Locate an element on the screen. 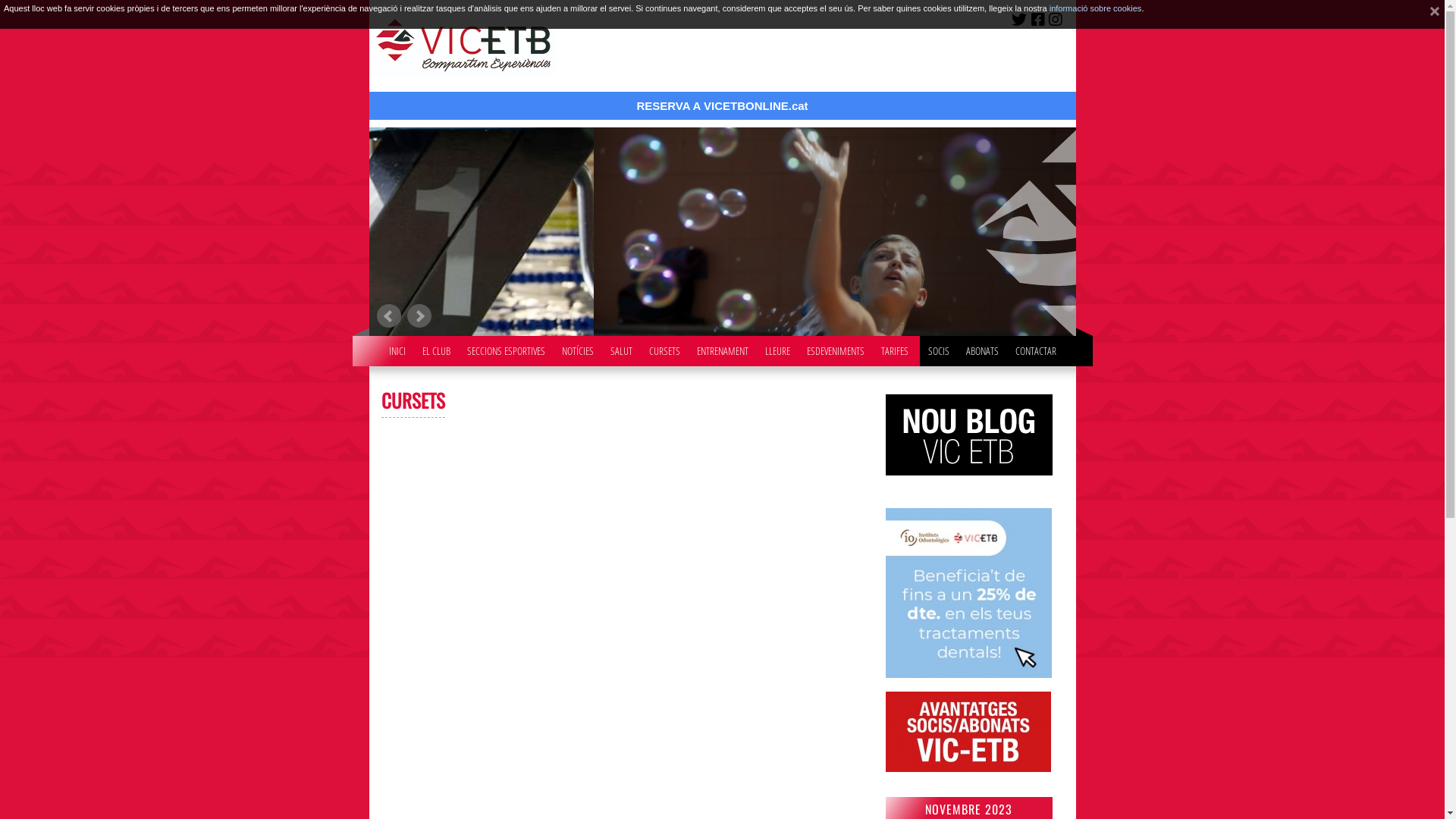 The height and width of the screenshot is (819, 1456). 'ABONATS' is located at coordinates (957, 347).